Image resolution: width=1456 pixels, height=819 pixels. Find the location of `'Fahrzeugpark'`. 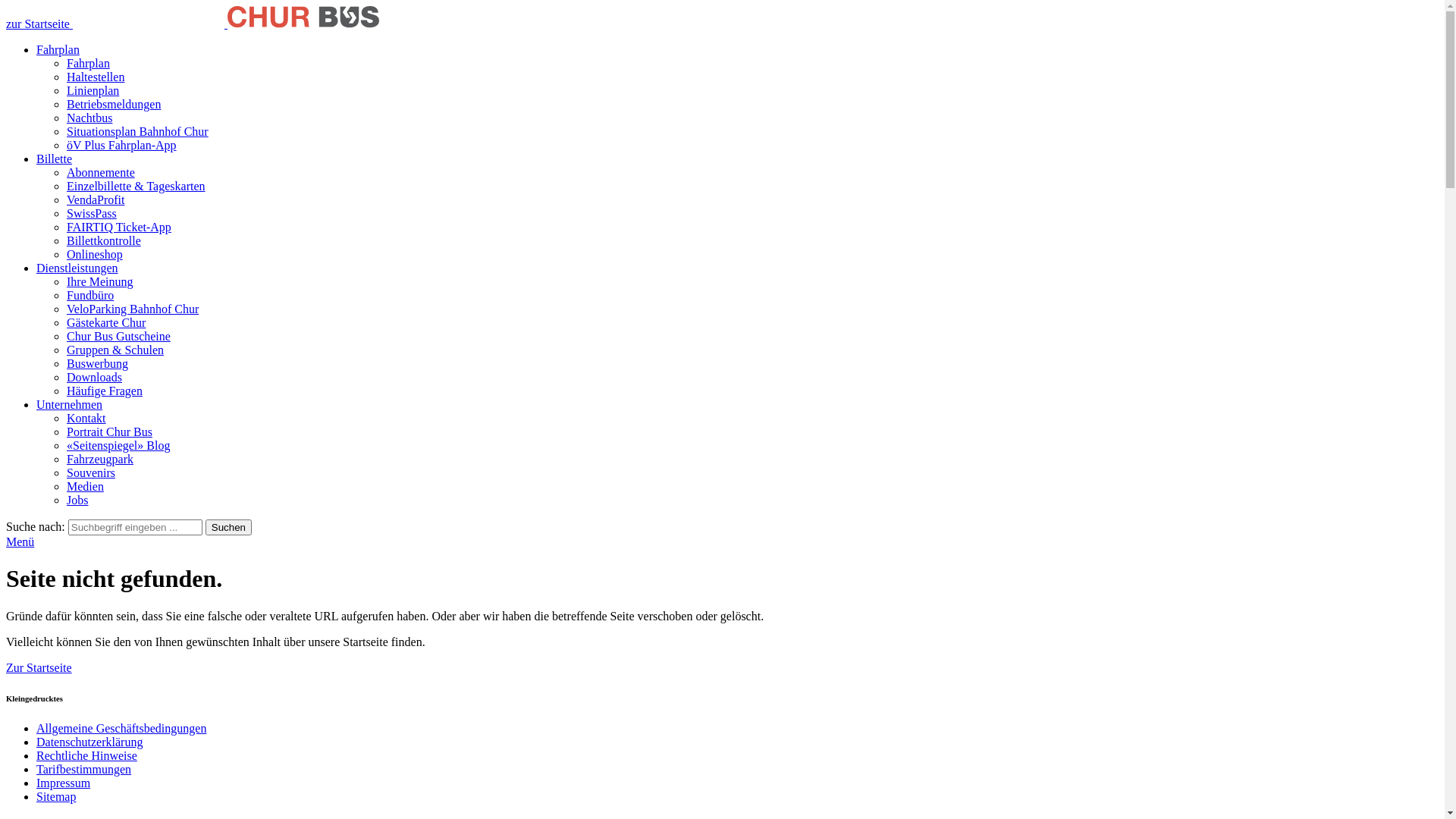

'Fahrzeugpark' is located at coordinates (99, 458).